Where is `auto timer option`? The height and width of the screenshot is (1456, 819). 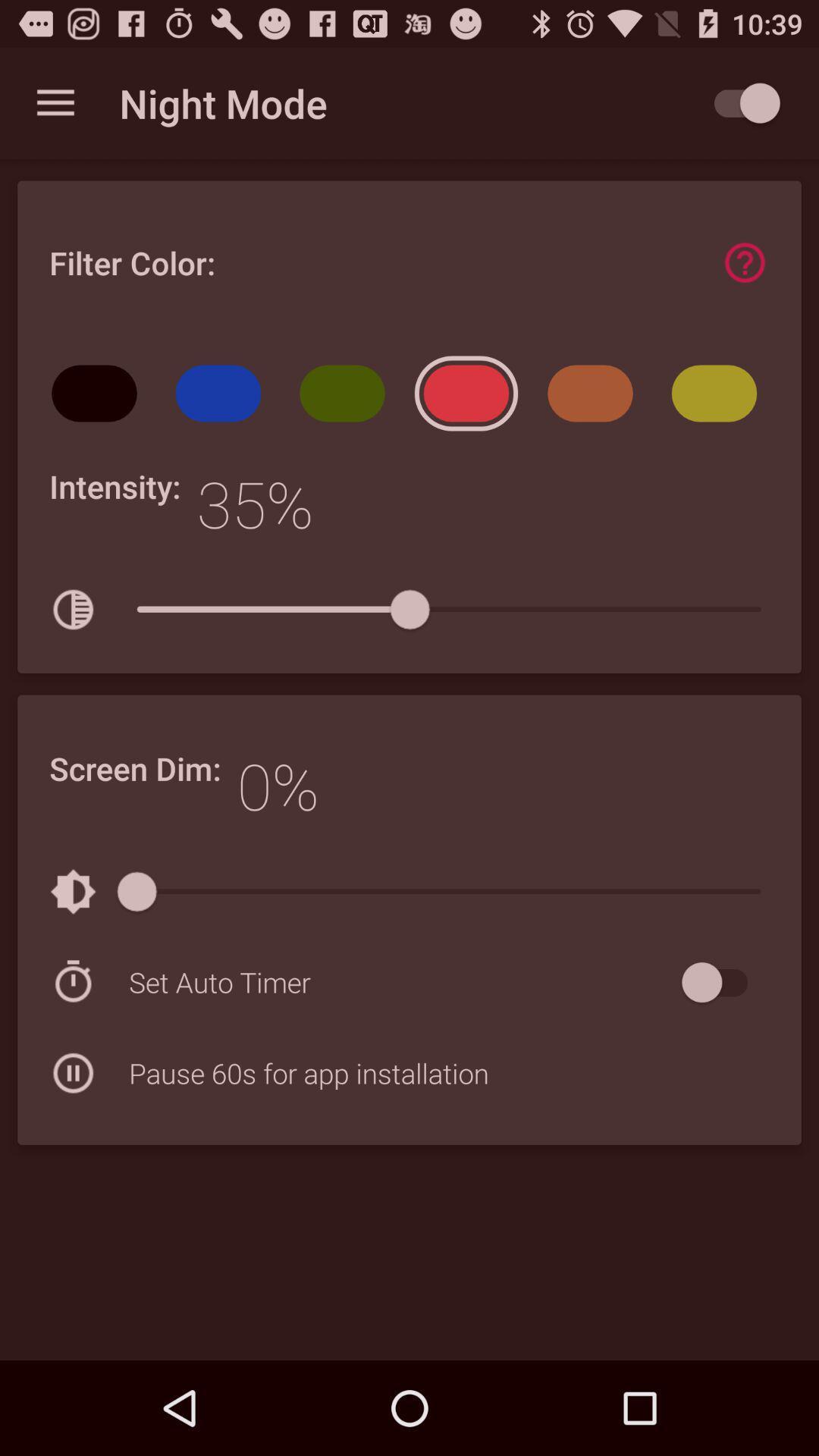 auto timer option is located at coordinates (721, 982).